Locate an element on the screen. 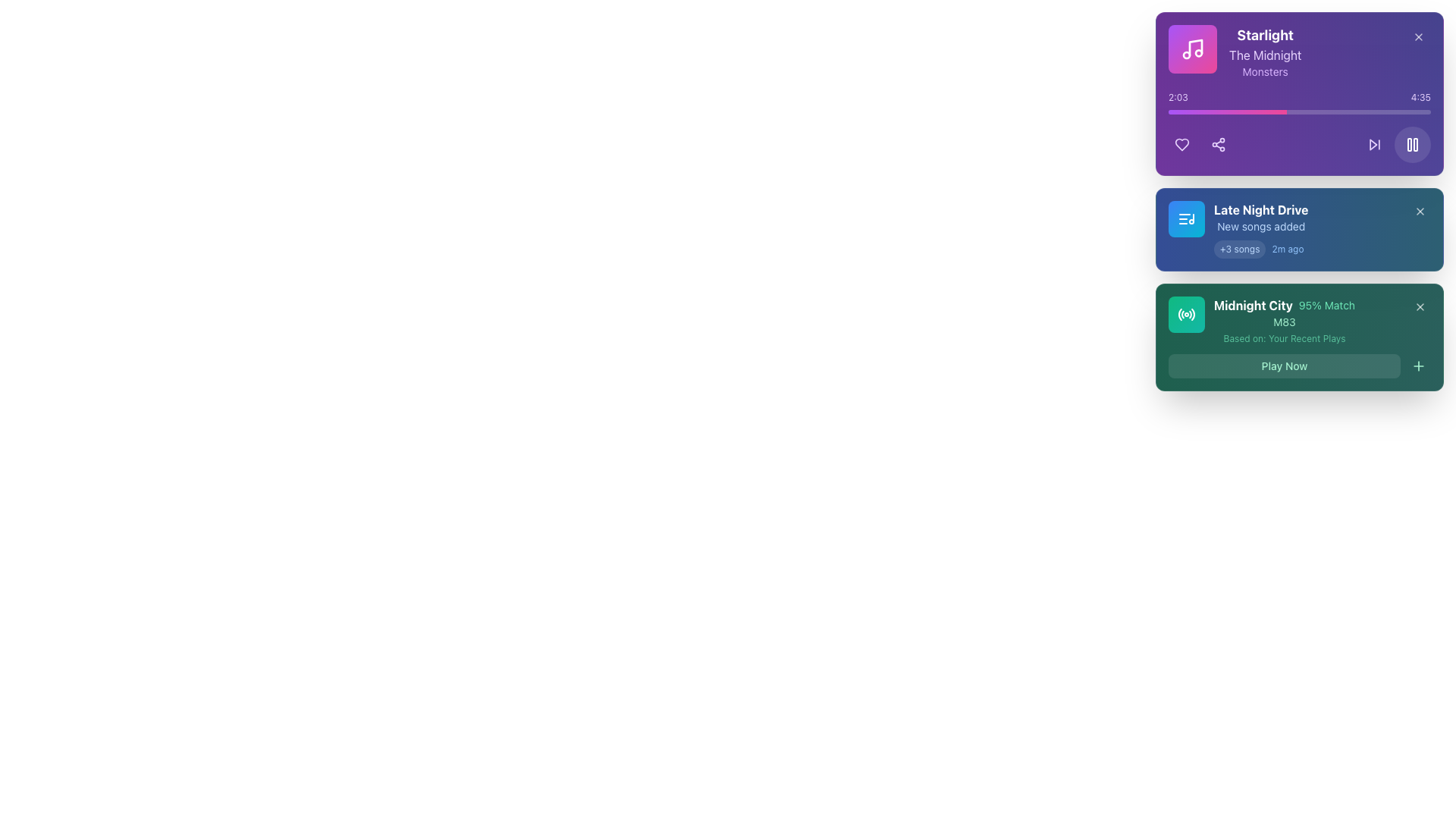  the triangle-shaped play icon located within the purple card titled 'Starlight' at the top of the interface is located at coordinates (1373, 145).